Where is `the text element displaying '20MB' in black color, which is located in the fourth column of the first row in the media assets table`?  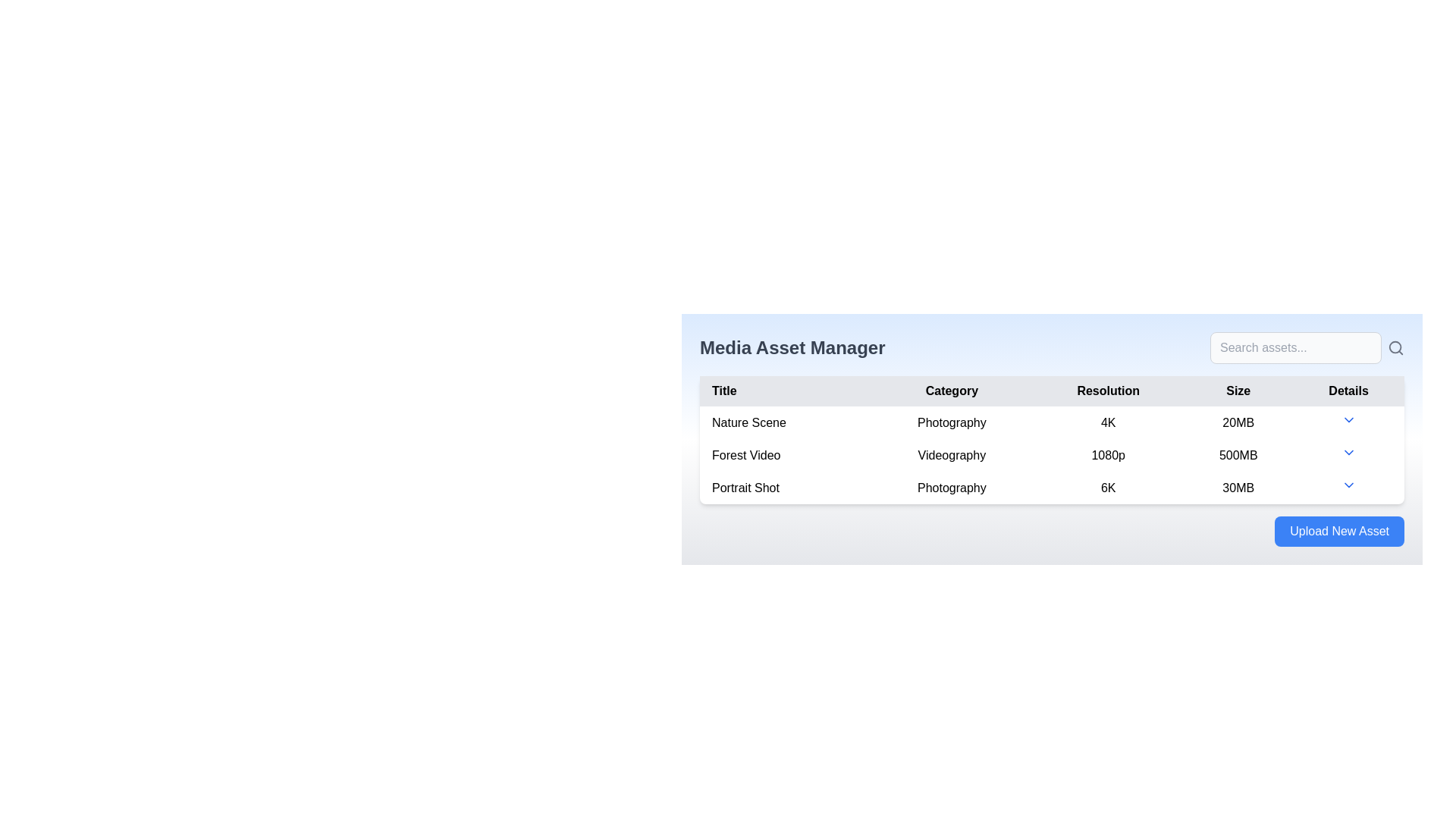
the text element displaying '20MB' in black color, which is located in the fourth column of the first row in the media assets table is located at coordinates (1238, 422).